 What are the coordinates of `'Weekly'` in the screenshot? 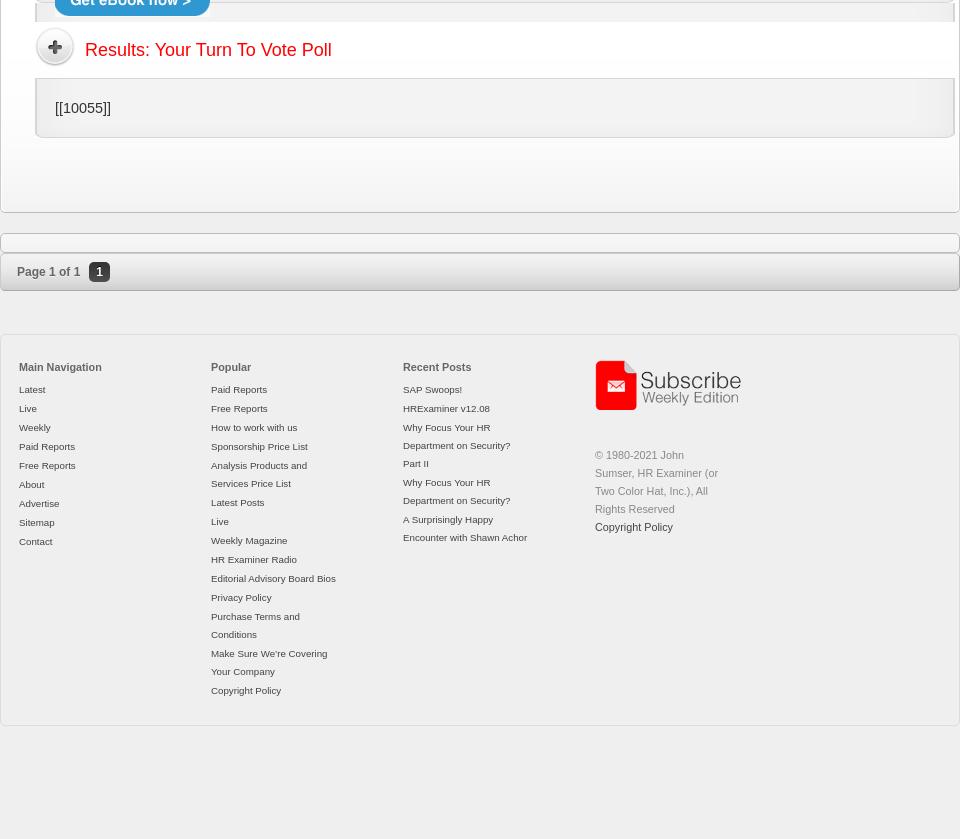 It's located at (18, 426).